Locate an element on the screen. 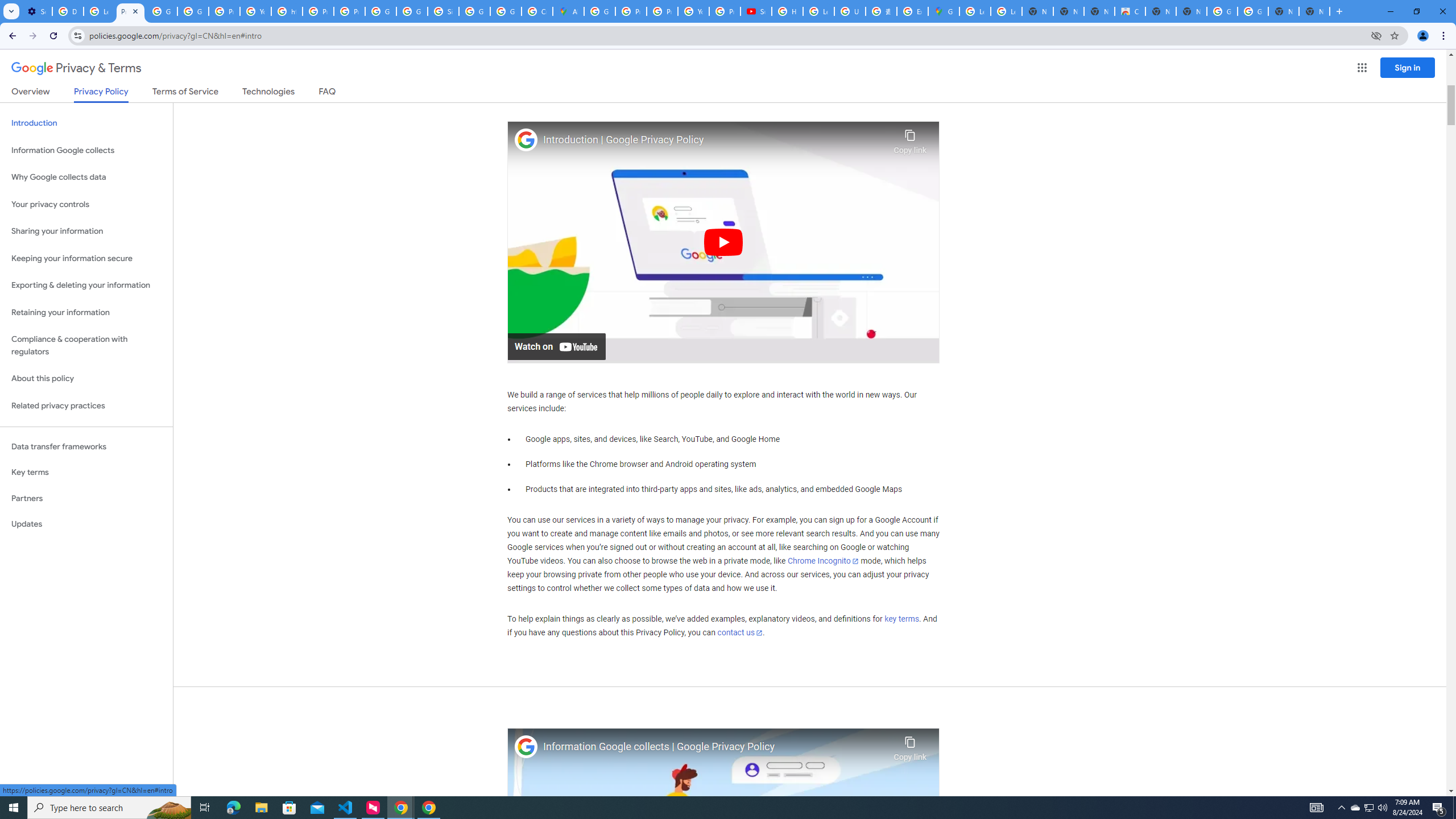 The height and width of the screenshot is (819, 1456). 'Privacy Help Center - Policies Help' is located at coordinates (630, 11).